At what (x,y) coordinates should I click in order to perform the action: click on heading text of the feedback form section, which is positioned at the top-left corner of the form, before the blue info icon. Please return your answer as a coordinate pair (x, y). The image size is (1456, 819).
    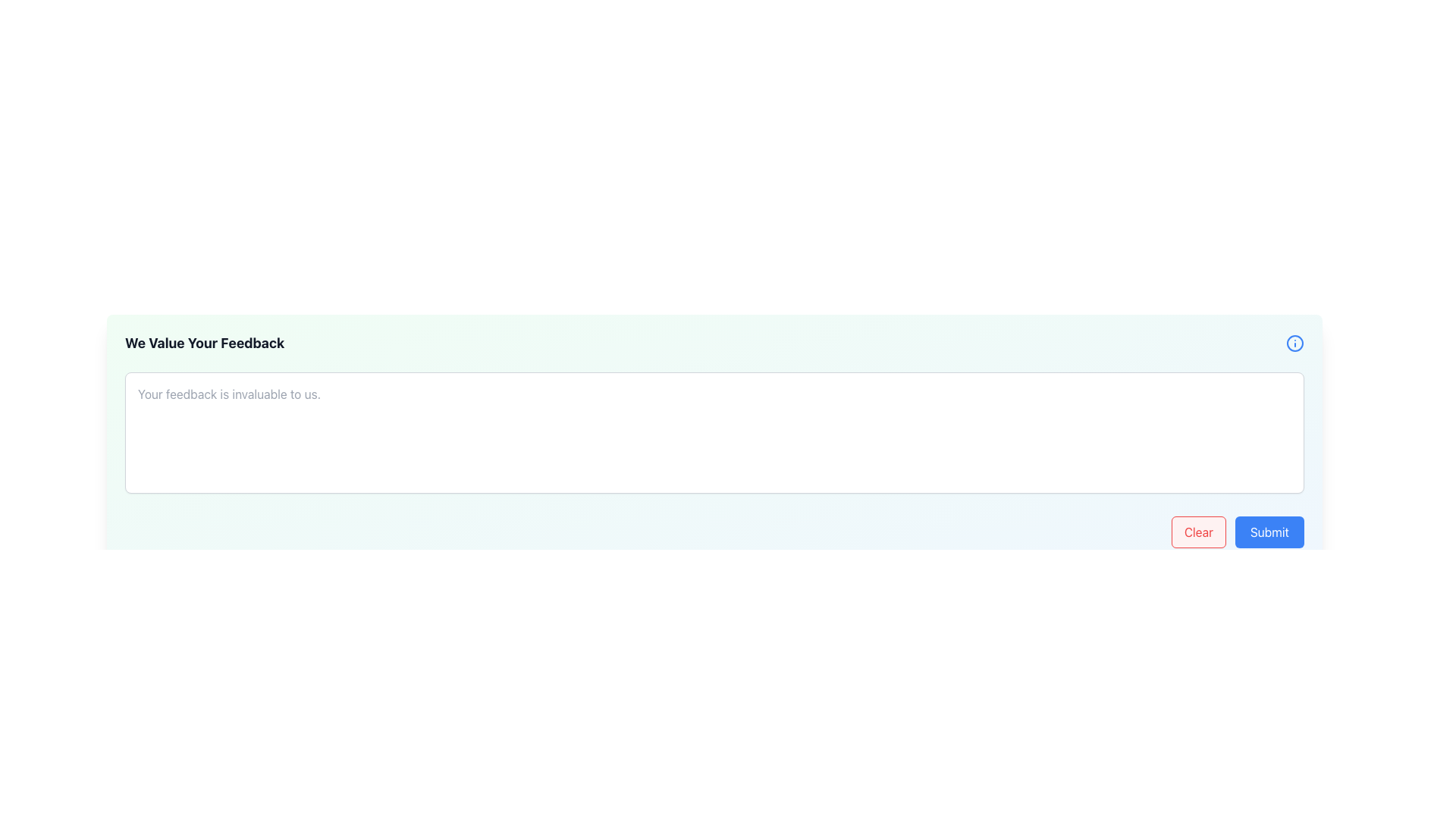
    Looking at the image, I should click on (204, 343).